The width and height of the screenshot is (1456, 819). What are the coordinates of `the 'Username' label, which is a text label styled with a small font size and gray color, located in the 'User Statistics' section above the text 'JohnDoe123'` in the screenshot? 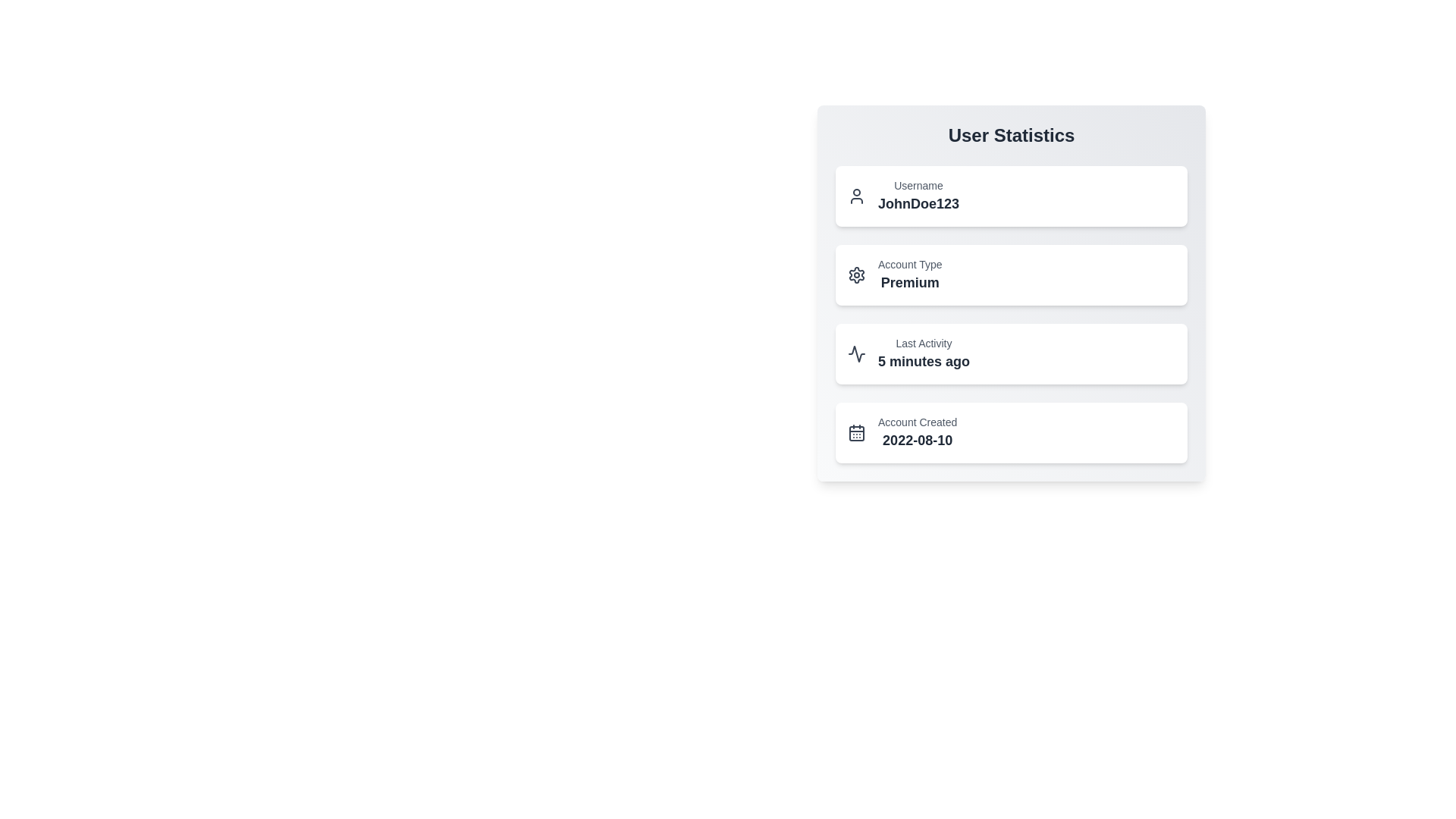 It's located at (918, 185).